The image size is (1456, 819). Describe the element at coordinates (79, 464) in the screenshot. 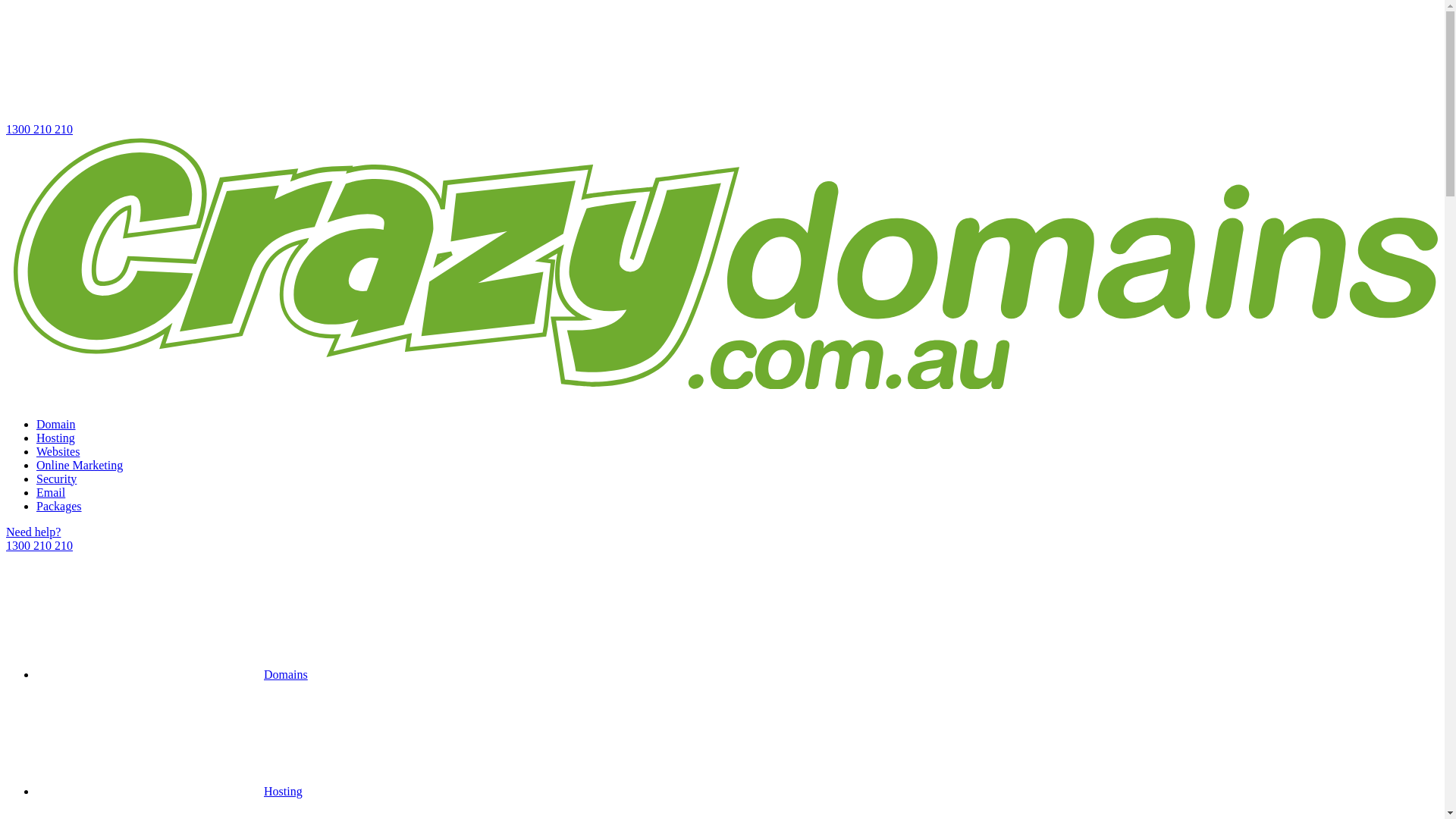

I see `'Online Marketing'` at that location.